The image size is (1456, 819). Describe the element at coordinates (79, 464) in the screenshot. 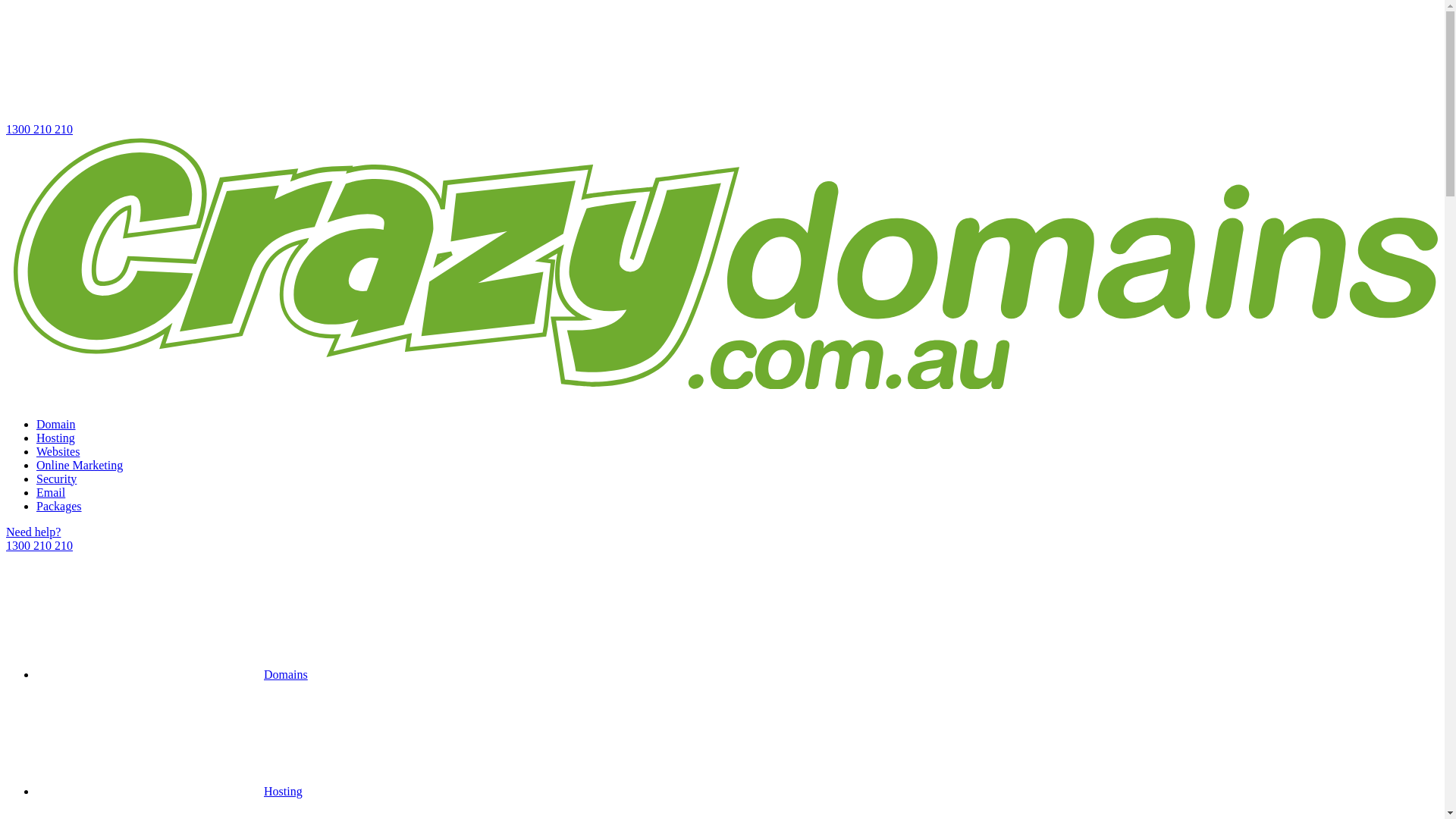

I see `'Online Marketing'` at that location.